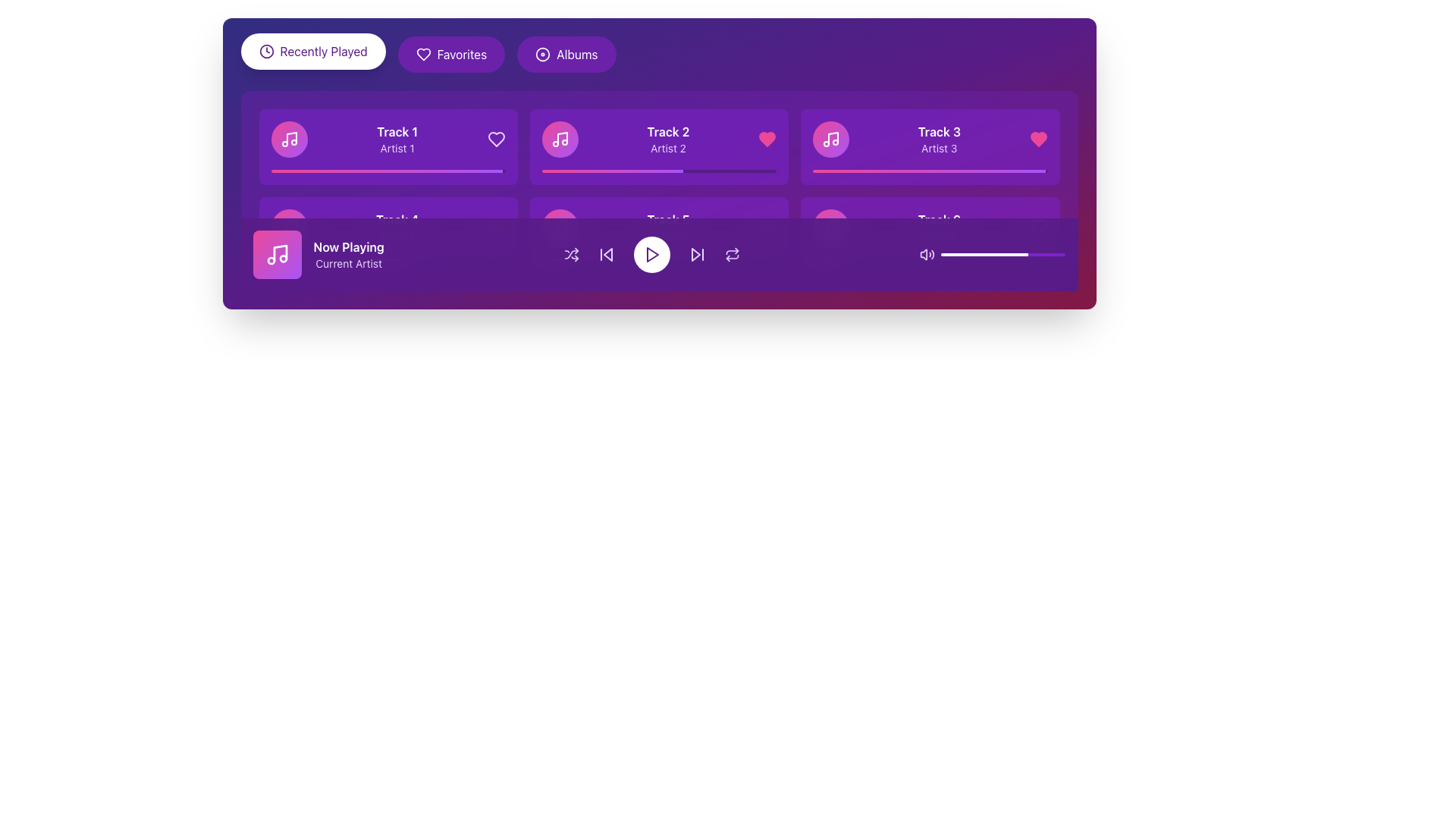  I want to click on the progress bar fill for 'Track 2' by 'Artist 2', which is a horizontal bar with a gradient from pink to purple, located in the second track card of the music interface, so click(612, 171).